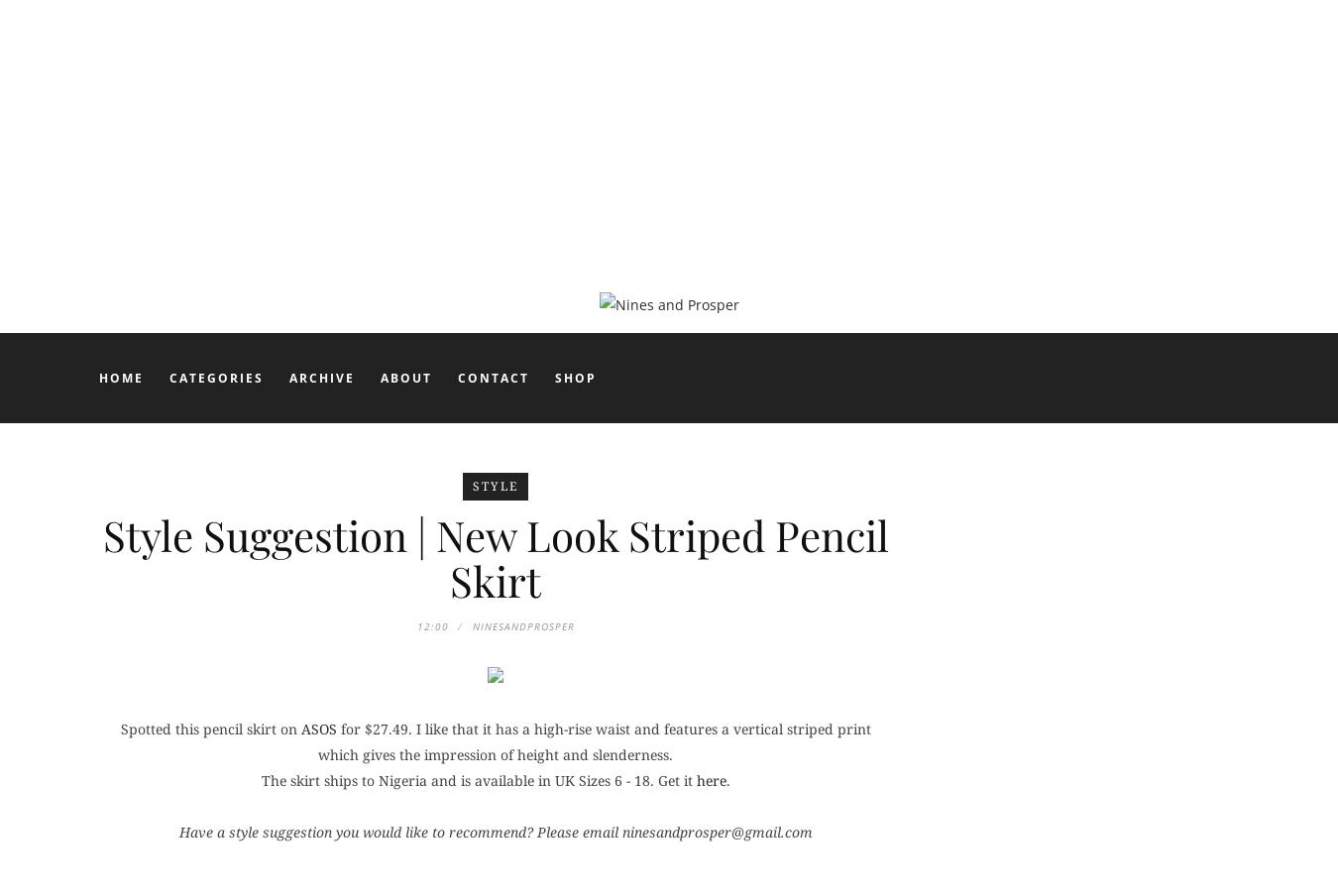  What do you see at coordinates (709, 779) in the screenshot?
I see `'here'` at bounding box center [709, 779].